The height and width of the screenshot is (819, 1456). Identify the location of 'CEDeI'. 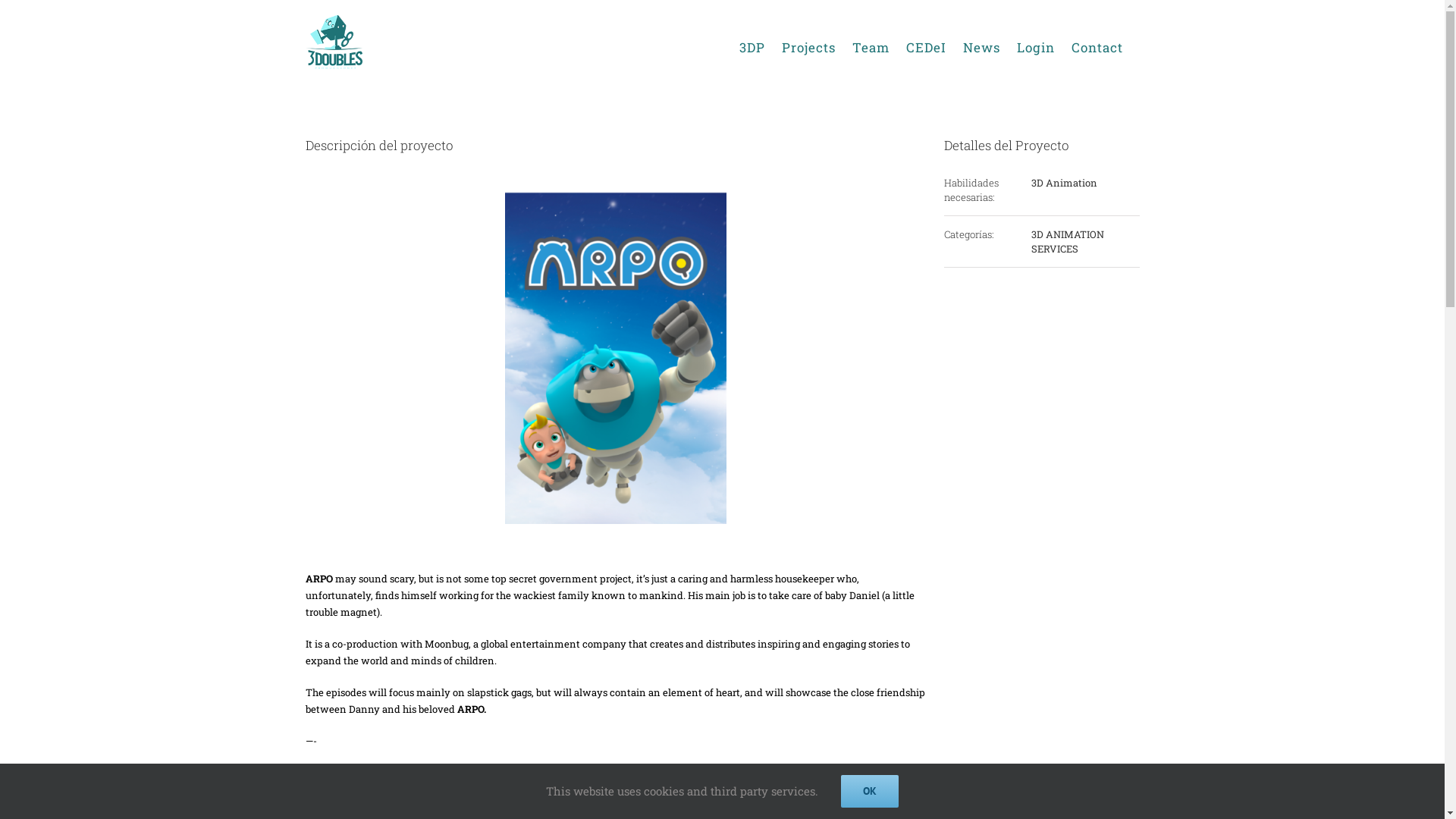
(905, 46).